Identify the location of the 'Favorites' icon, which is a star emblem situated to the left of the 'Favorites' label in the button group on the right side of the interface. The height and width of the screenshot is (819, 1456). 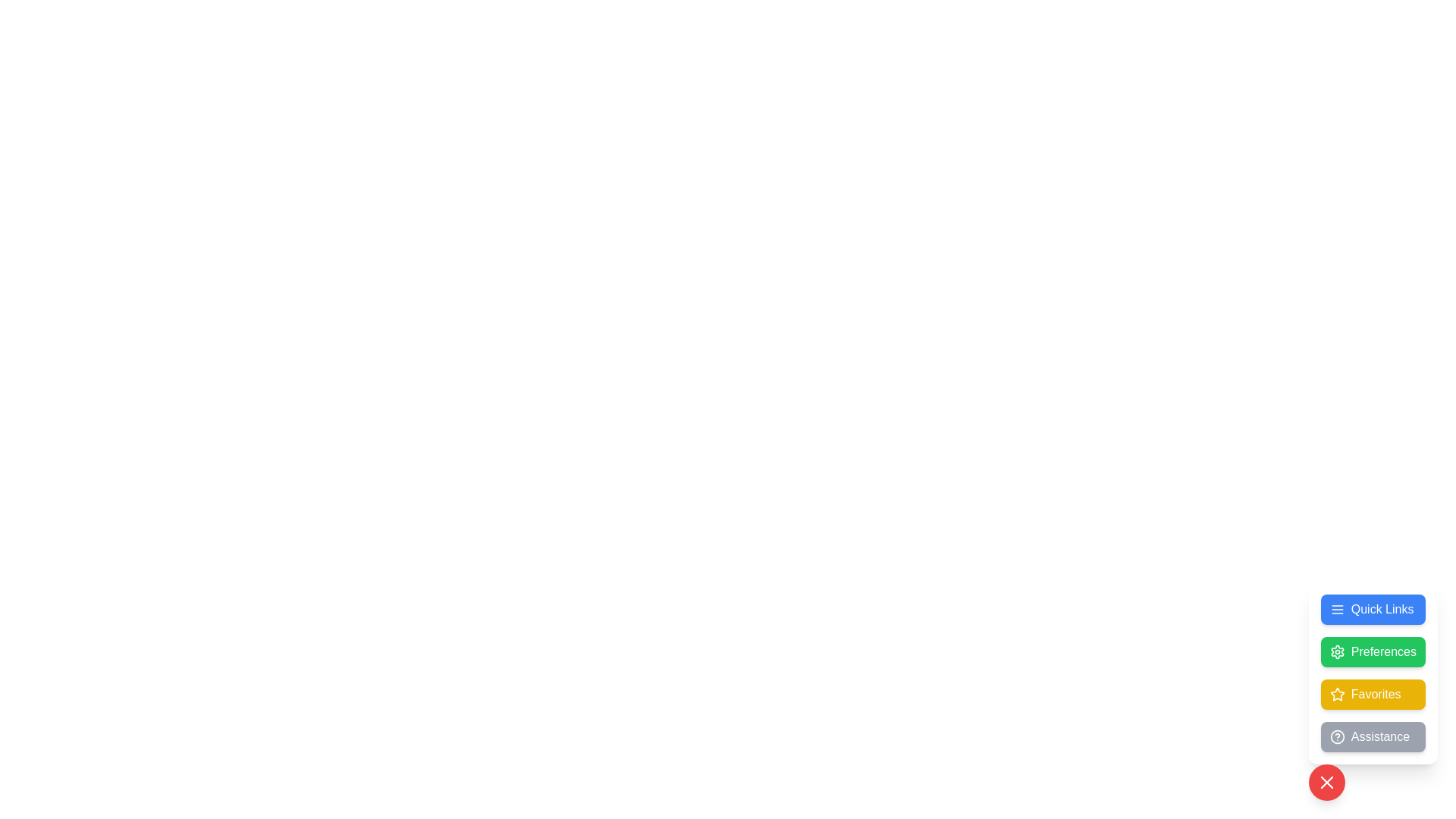
(1337, 694).